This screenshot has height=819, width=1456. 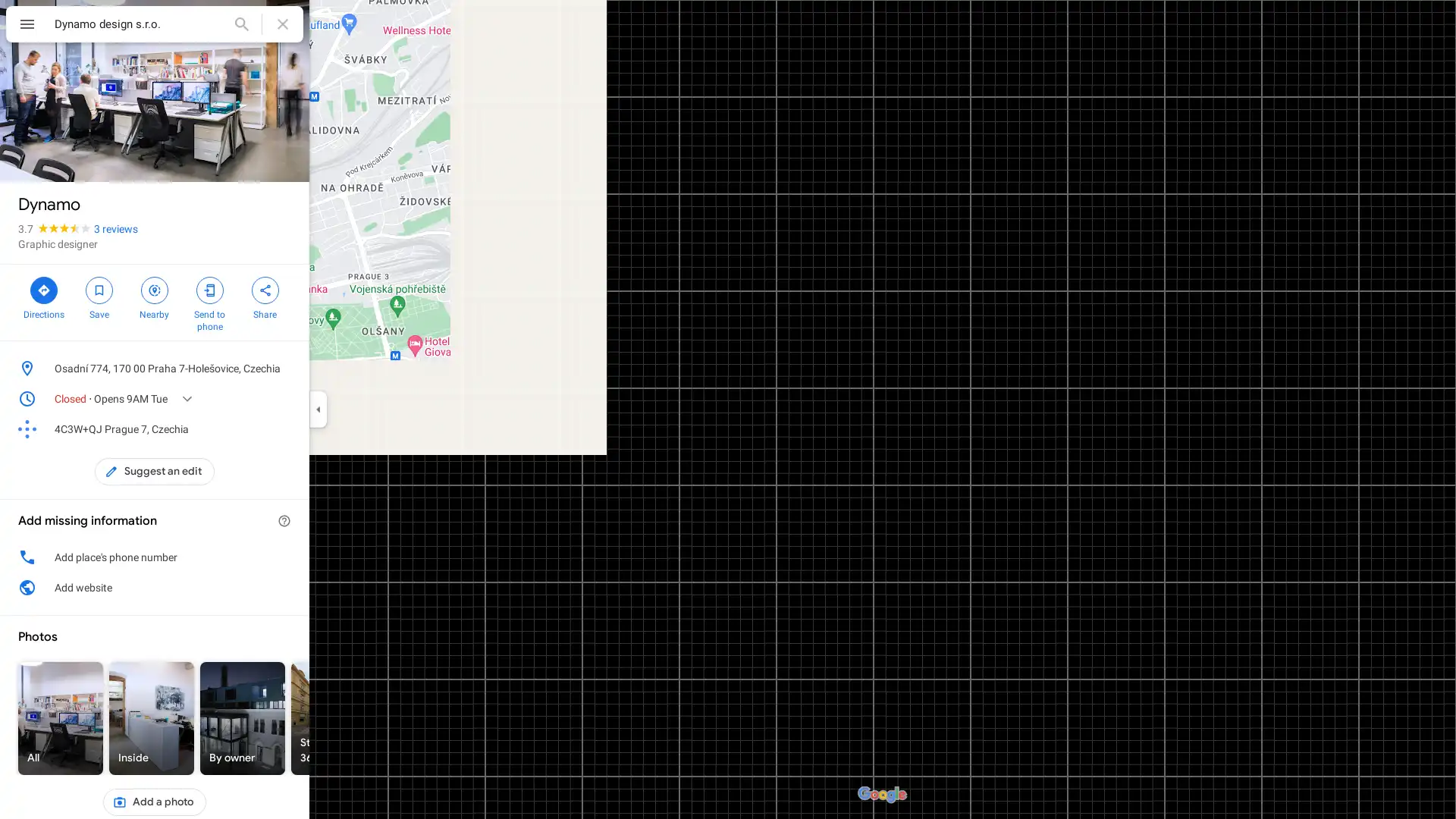 What do you see at coordinates (265, 296) in the screenshot?
I see `Share Dynamo` at bounding box center [265, 296].